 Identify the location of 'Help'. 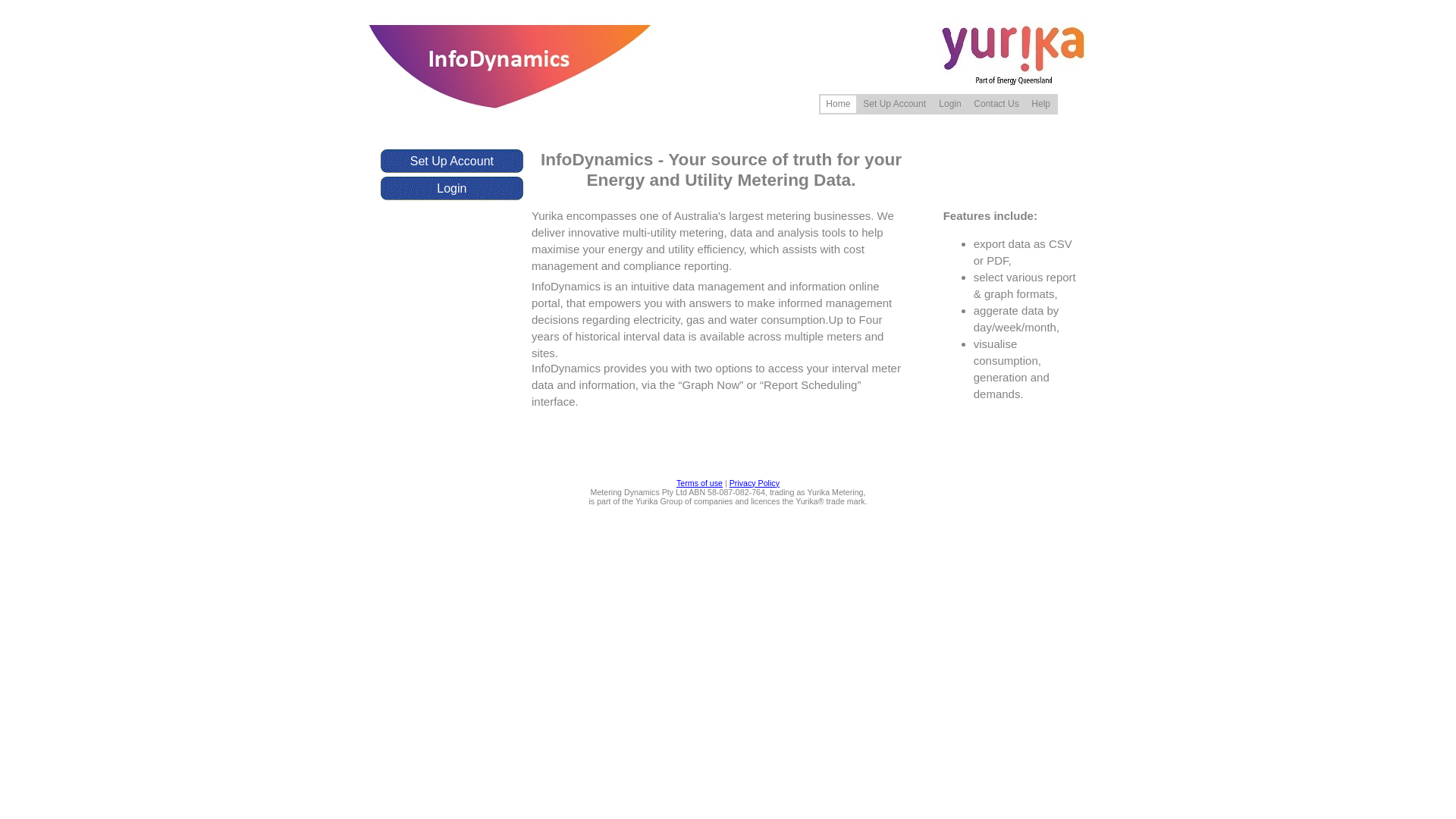
(1040, 103).